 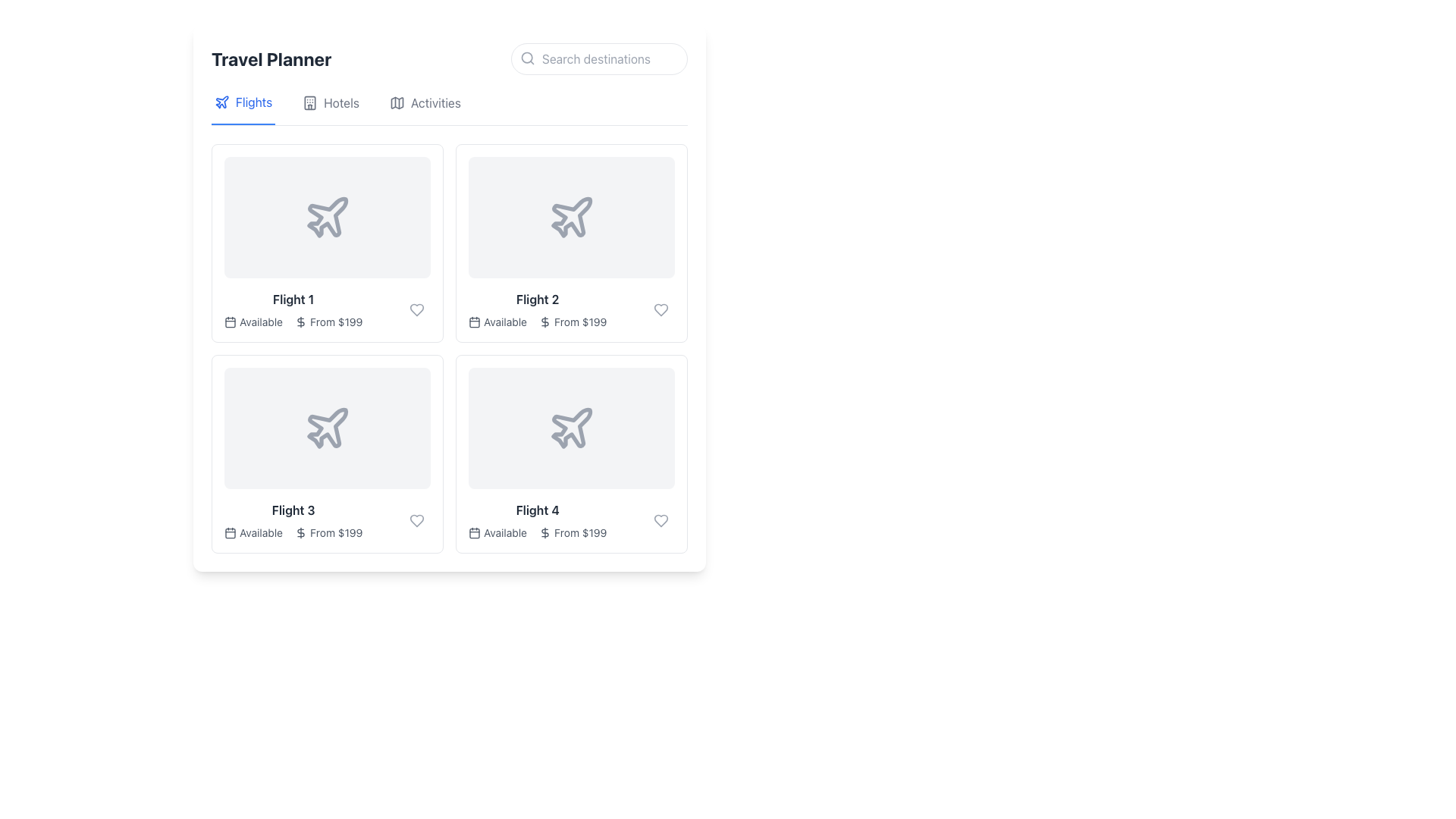 What do you see at coordinates (293, 321) in the screenshot?
I see `the text and icons indicating availability and pricing information, which includes a calendar icon followed by 'Available' and a dollar icon with 'From $199', located in the 'Flight 1' card below the airplane image` at bounding box center [293, 321].